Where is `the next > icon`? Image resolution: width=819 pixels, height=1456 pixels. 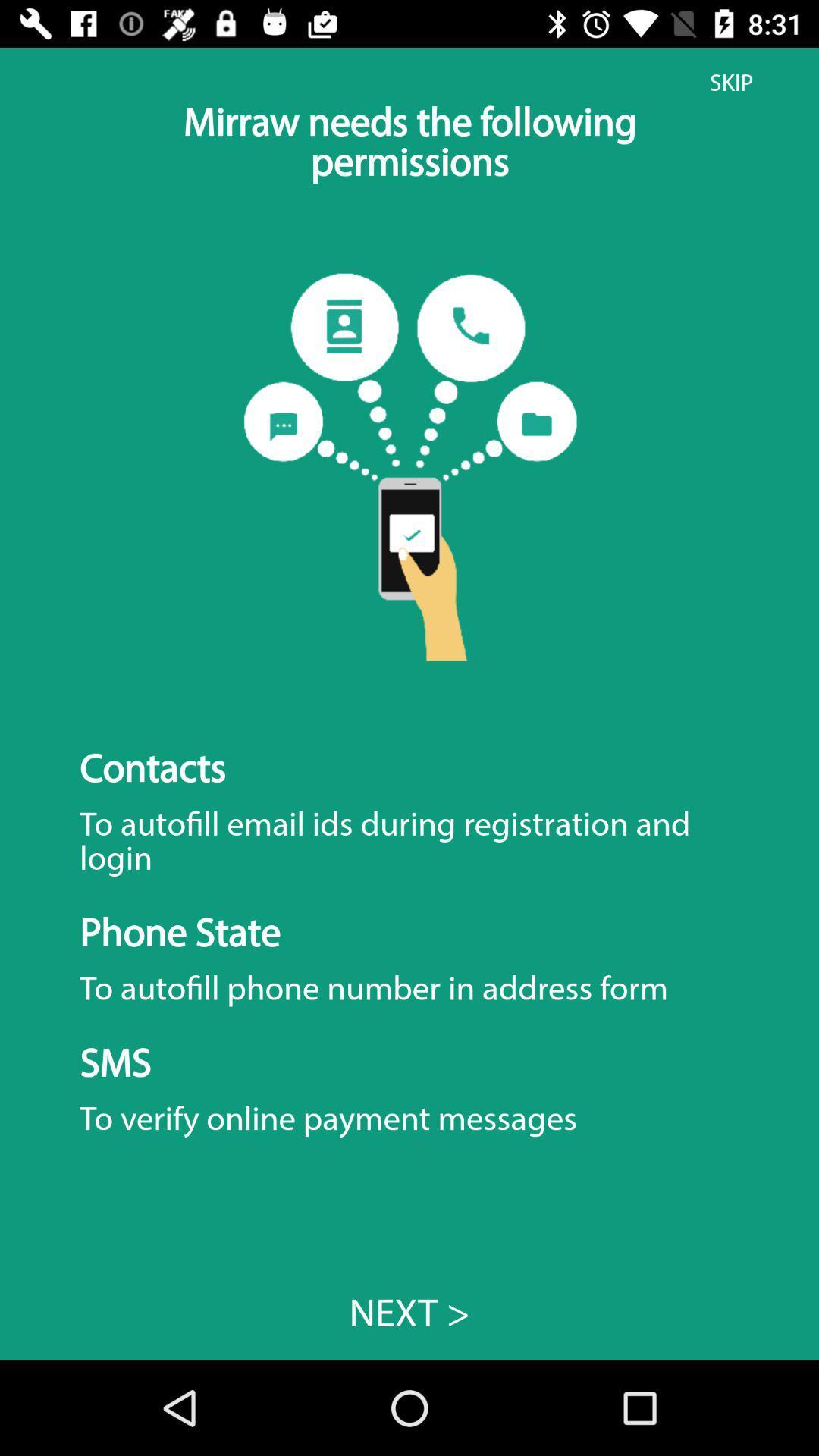
the next > icon is located at coordinates (409, 1312).